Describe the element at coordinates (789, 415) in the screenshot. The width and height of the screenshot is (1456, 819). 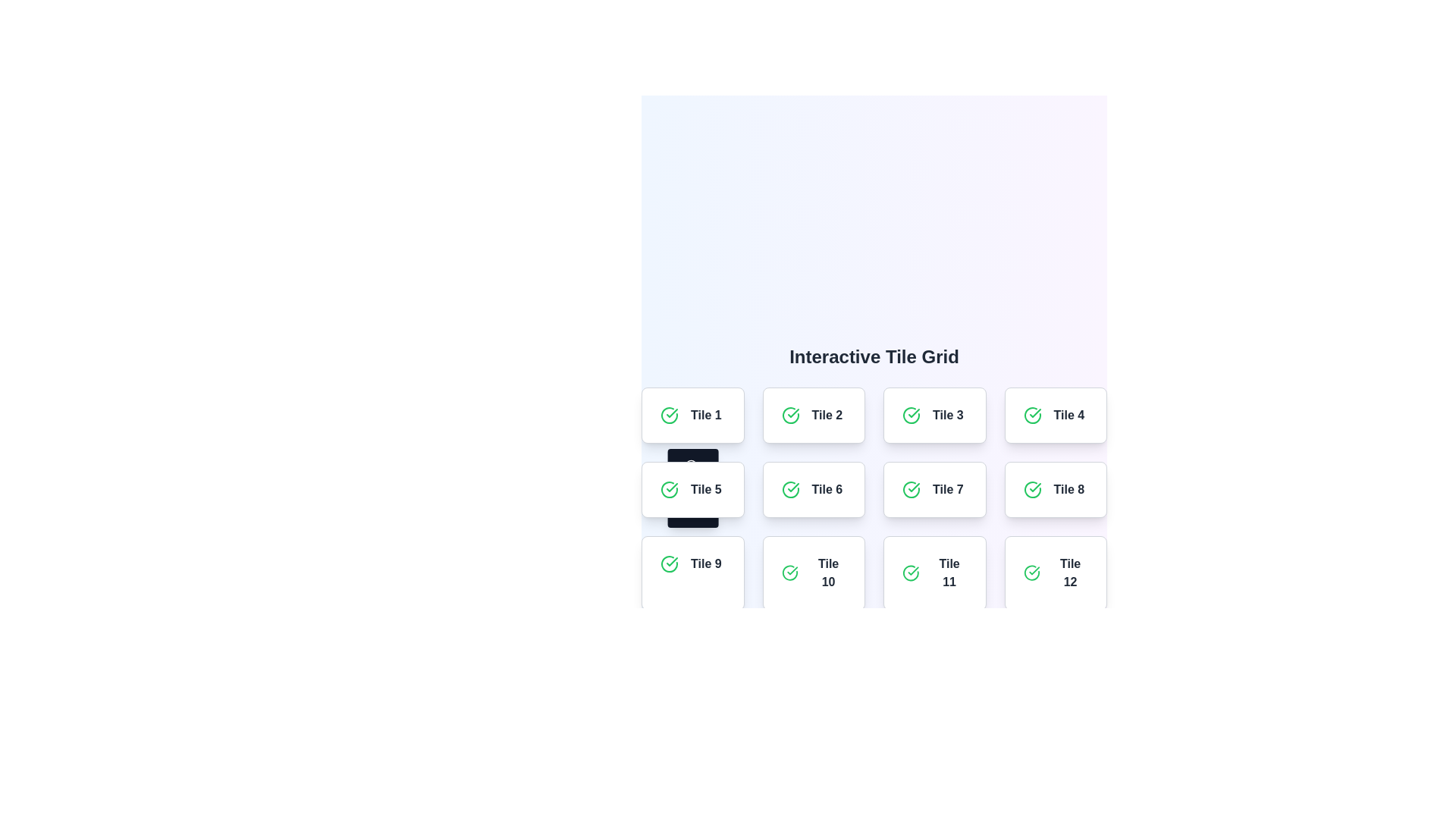
I see `the green circle icon with a checkmark inside, located in the tile labeled 'Tile 2' in the top row of the grid layout` at that location.